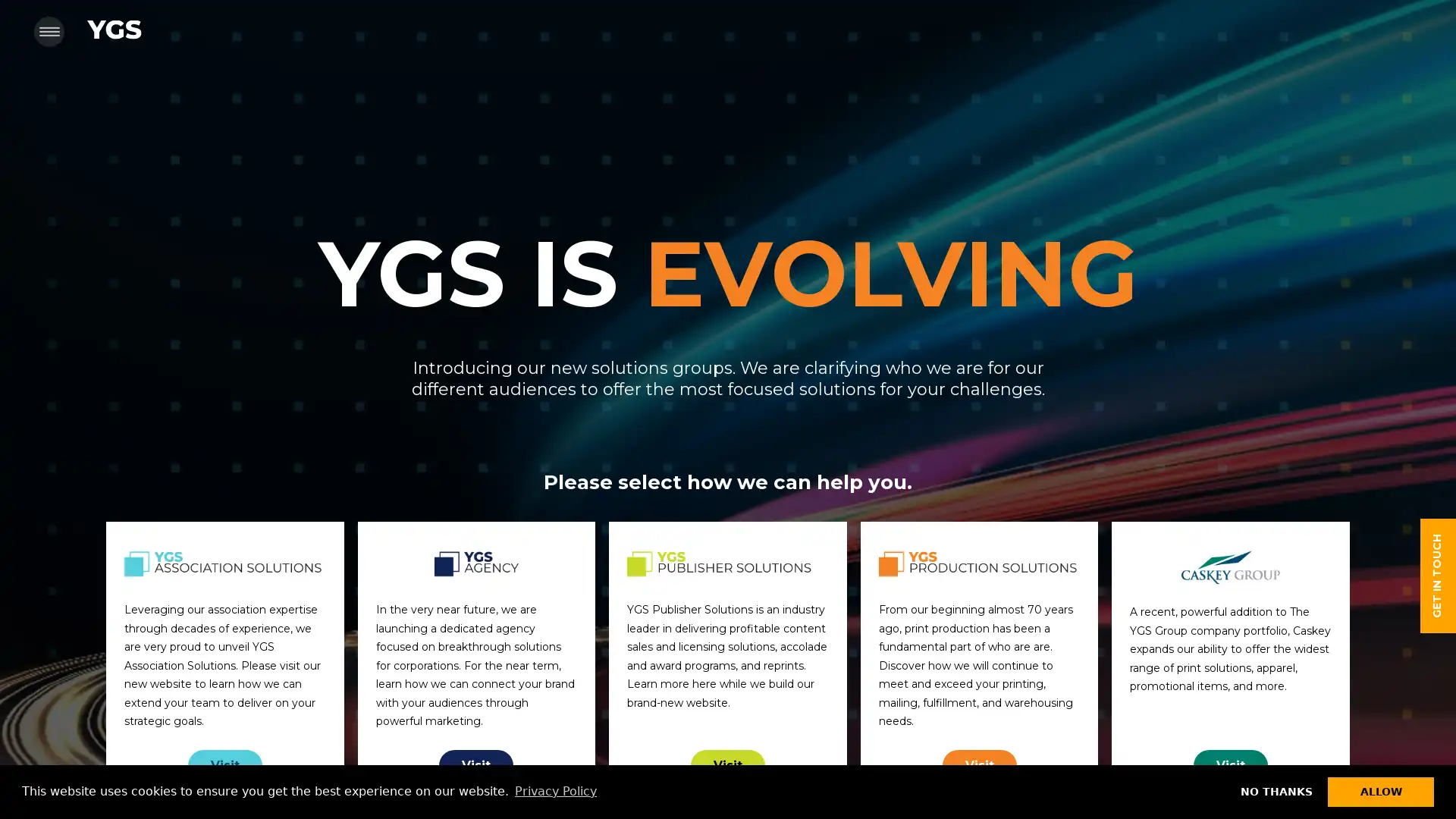 Image resolution: width=1456 pixels, height=819 pixels. I want to click on learn more about cookies, so click(554, 791).